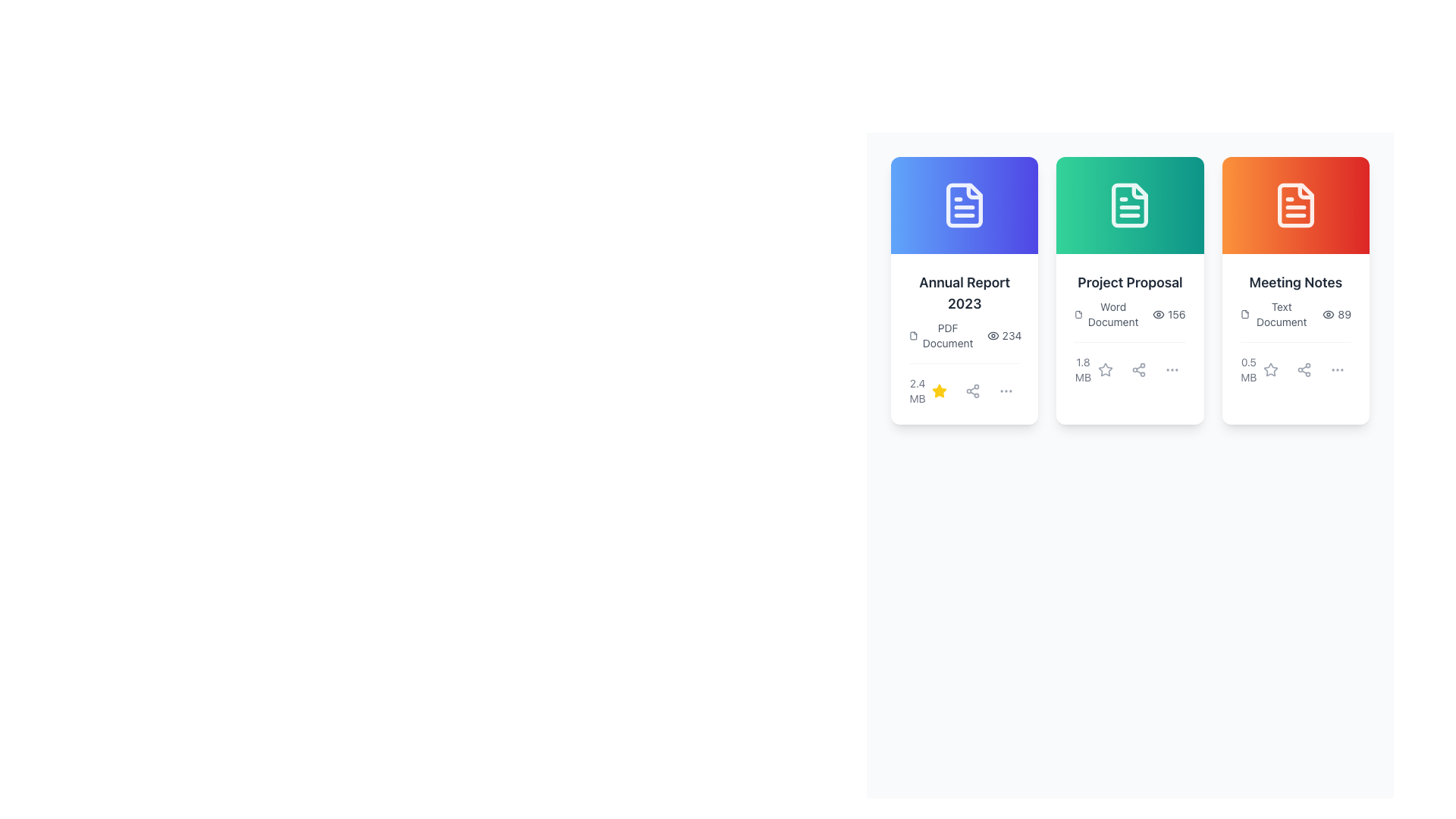  What do you see at coordinates (973, 391) in the screenshot?
I see `the 'Share' icon button located at the bottom-middle section of the card for 'Annual Report 2023', positioned between a yellow star icon and an icon with three vertical dots` at bounding box center [973, 391].